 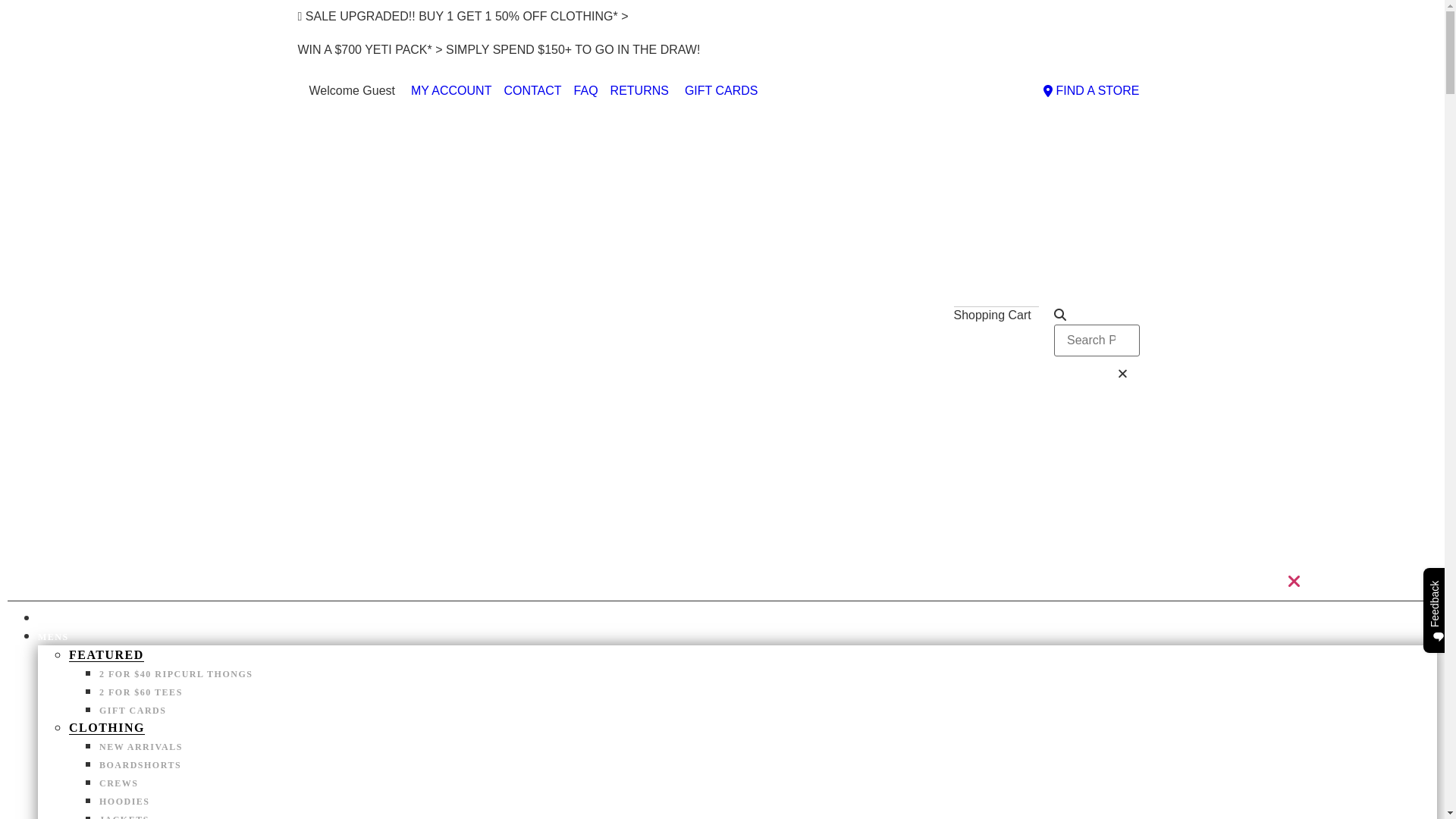 I want to click on '2 FOR $40 RIPCURL THONGS', so click(x=175, y=673).